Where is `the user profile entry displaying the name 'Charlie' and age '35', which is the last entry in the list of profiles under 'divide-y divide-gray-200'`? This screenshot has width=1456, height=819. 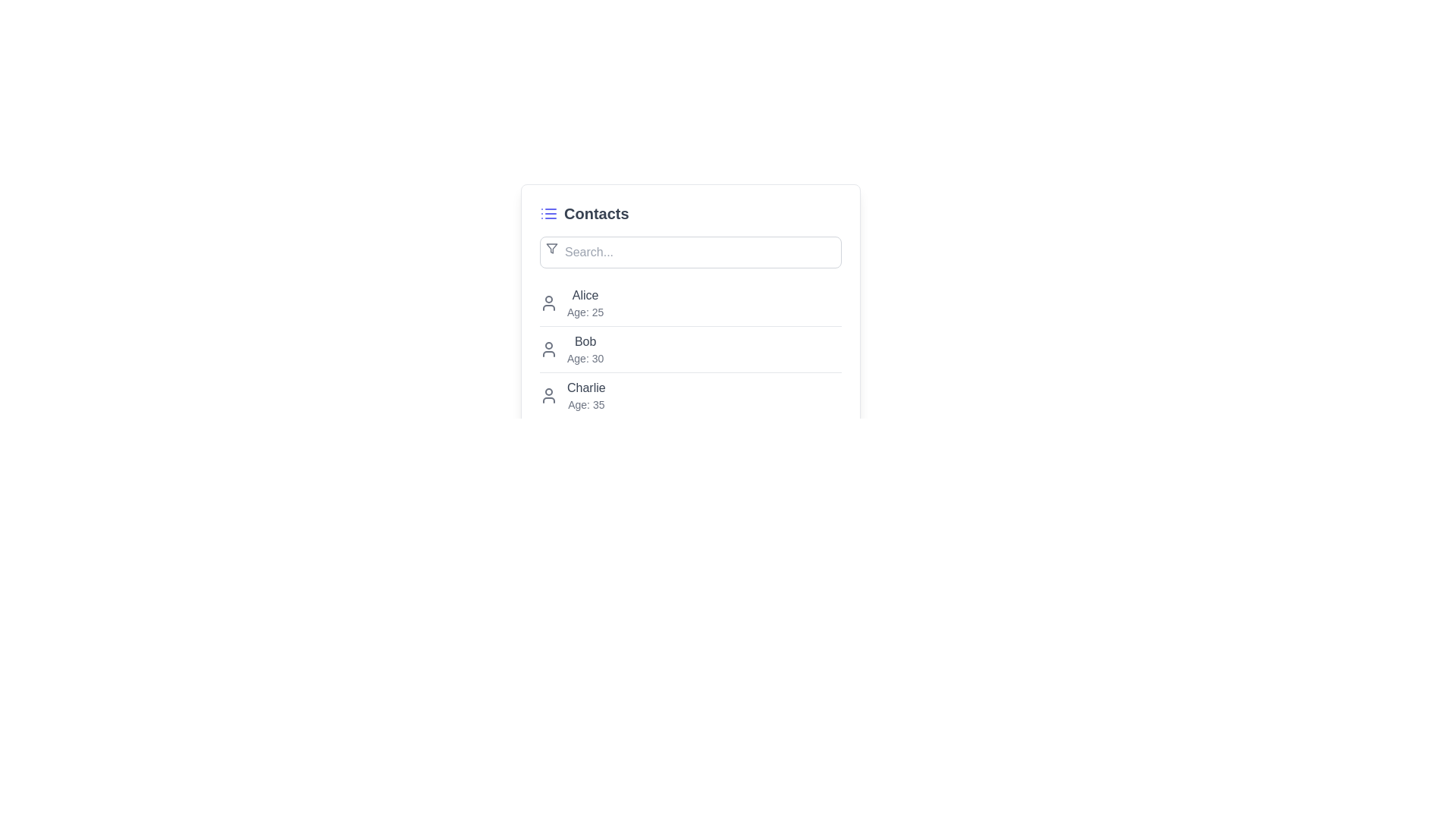
the user profile entry displaying the name 'Charlie' and age '35', which is the last entry in the list of profiles under 'divide-y divide-gray-200' is located at coordinates (690, 394).